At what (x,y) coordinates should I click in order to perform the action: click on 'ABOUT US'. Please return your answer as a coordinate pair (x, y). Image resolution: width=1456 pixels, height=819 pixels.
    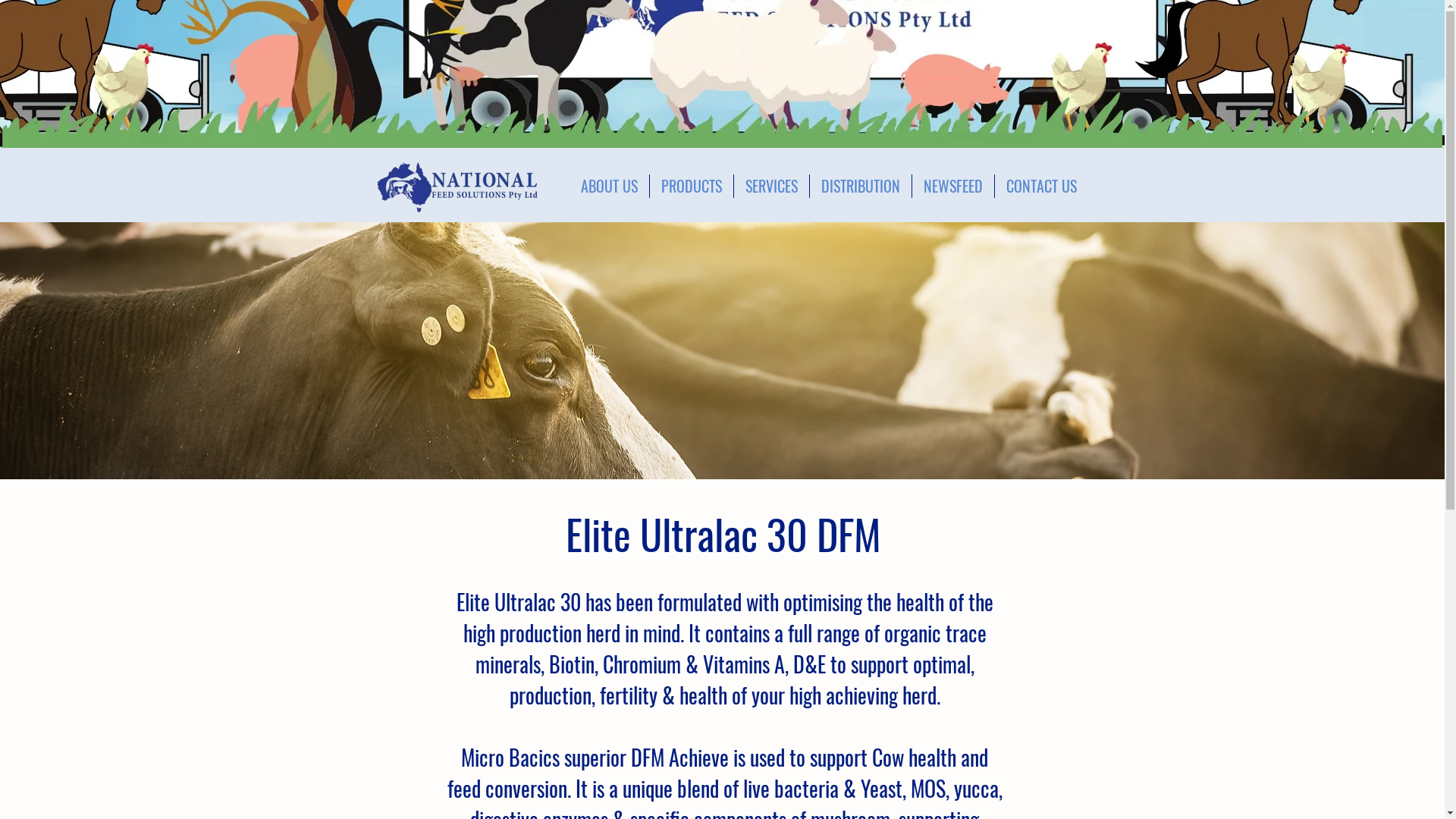
    Looking at the image, I should click on (609, 185).